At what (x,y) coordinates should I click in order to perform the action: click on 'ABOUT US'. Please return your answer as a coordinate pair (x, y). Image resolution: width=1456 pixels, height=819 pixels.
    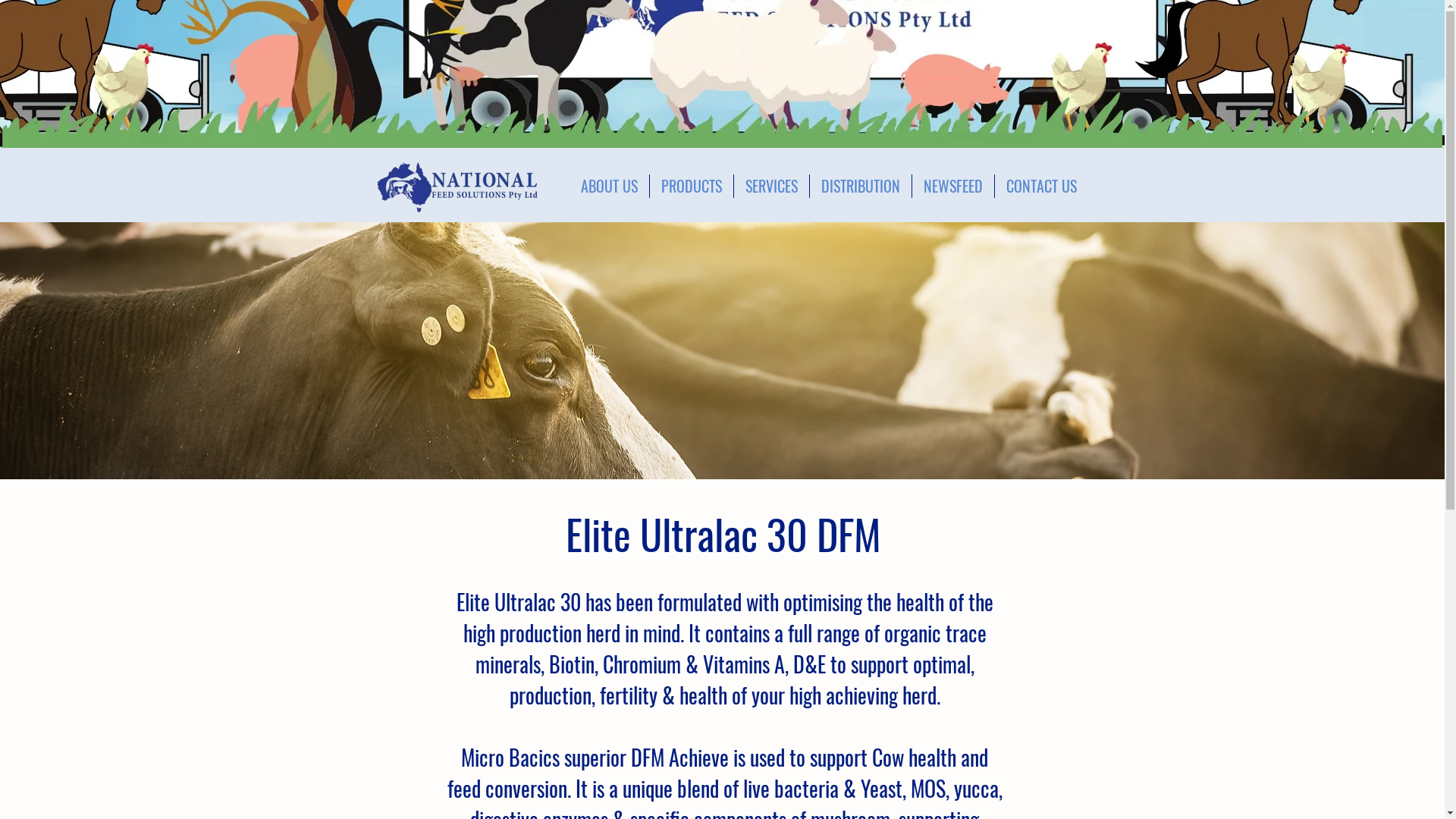
    Looking at the image, I should click on (609, 185).